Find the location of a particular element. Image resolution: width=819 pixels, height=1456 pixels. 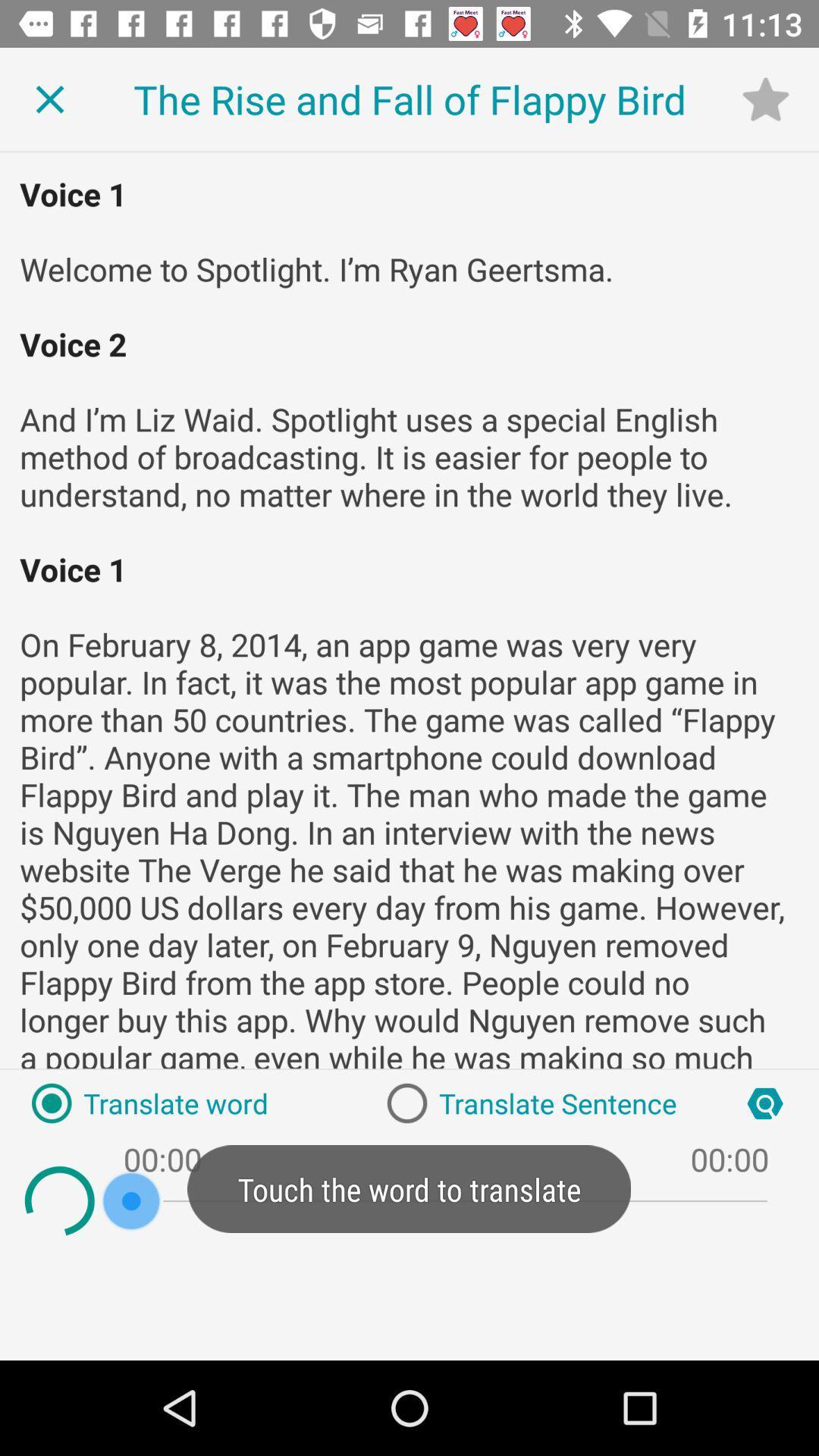

the search icon is located at coordinates (765, 1103).